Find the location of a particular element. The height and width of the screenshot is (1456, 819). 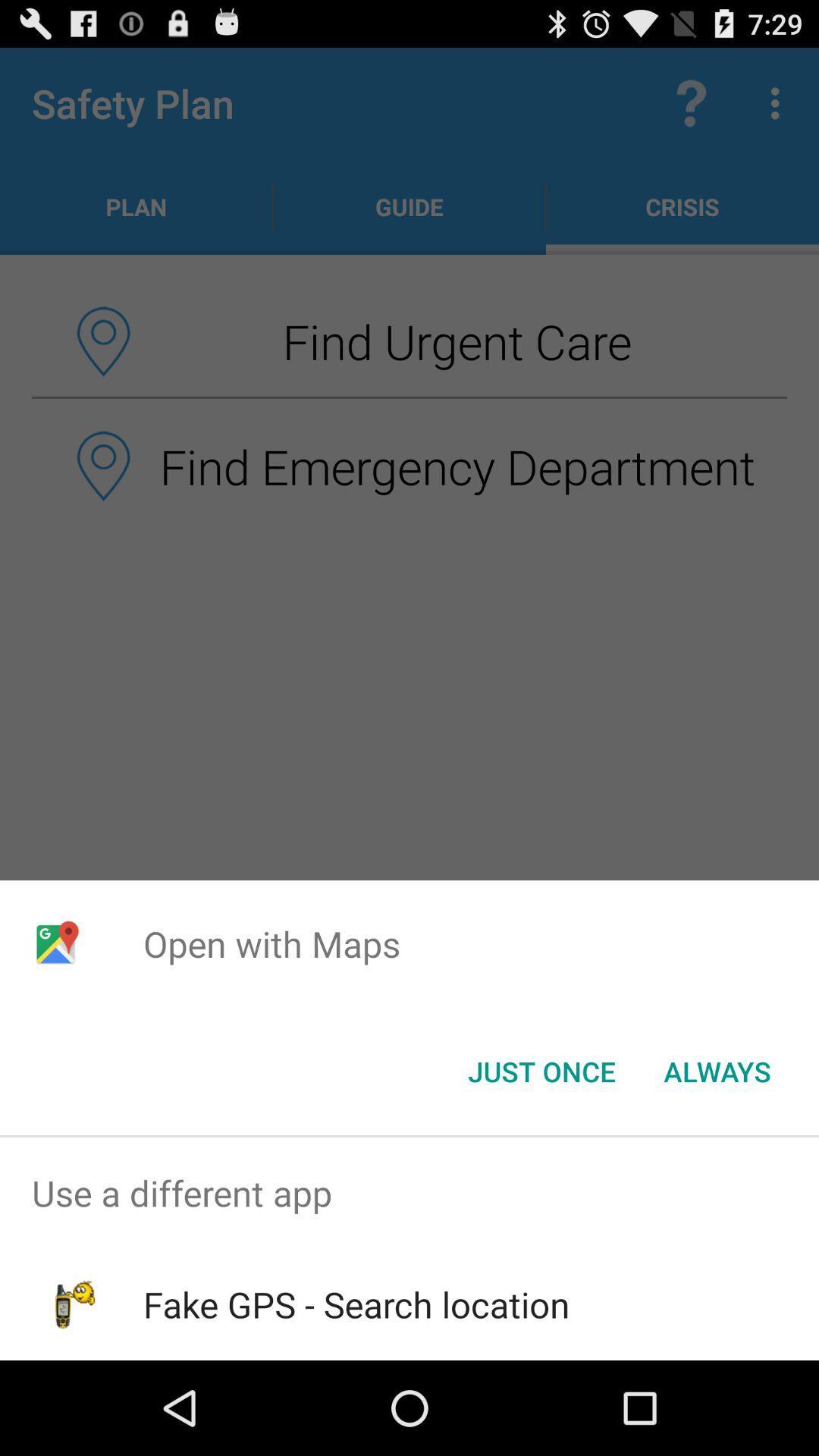

the icon at the bottom right corner is located at coordinates (717, 1070).